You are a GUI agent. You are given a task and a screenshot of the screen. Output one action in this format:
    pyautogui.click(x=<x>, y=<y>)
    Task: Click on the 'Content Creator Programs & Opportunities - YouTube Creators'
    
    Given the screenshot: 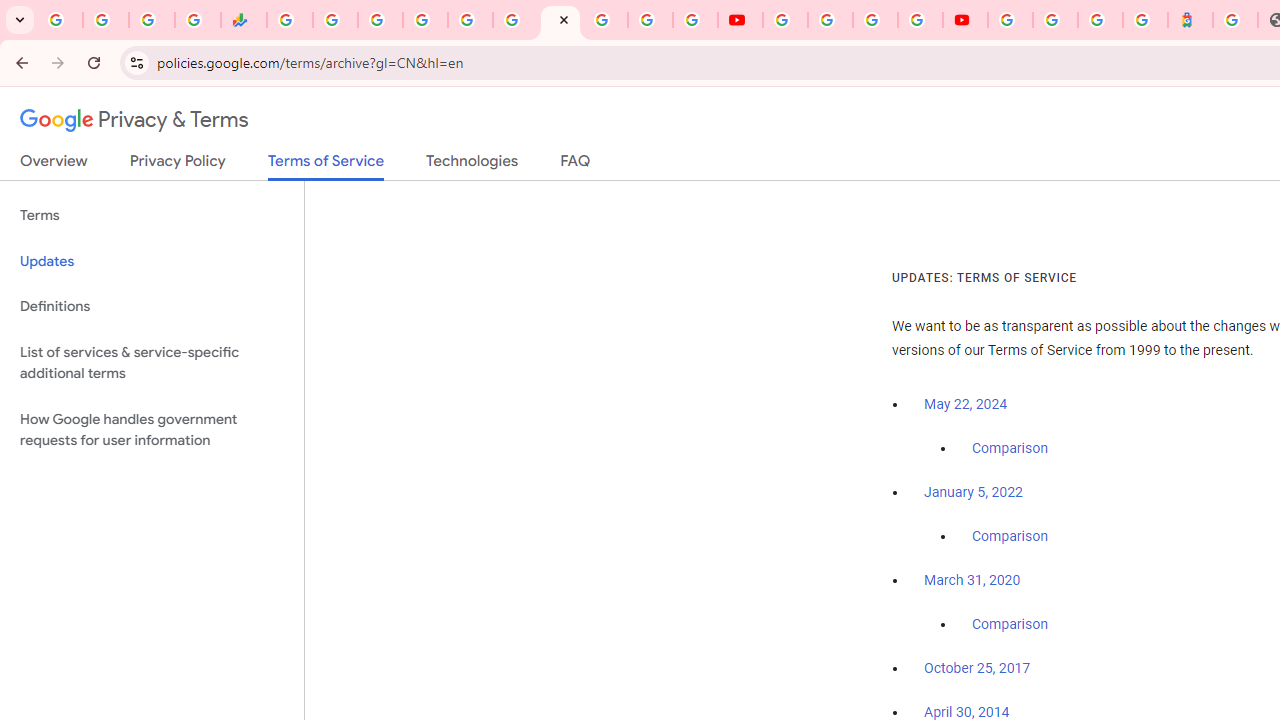 What is the action you would take?
    pyautogui.click(x=965, y=20)
    